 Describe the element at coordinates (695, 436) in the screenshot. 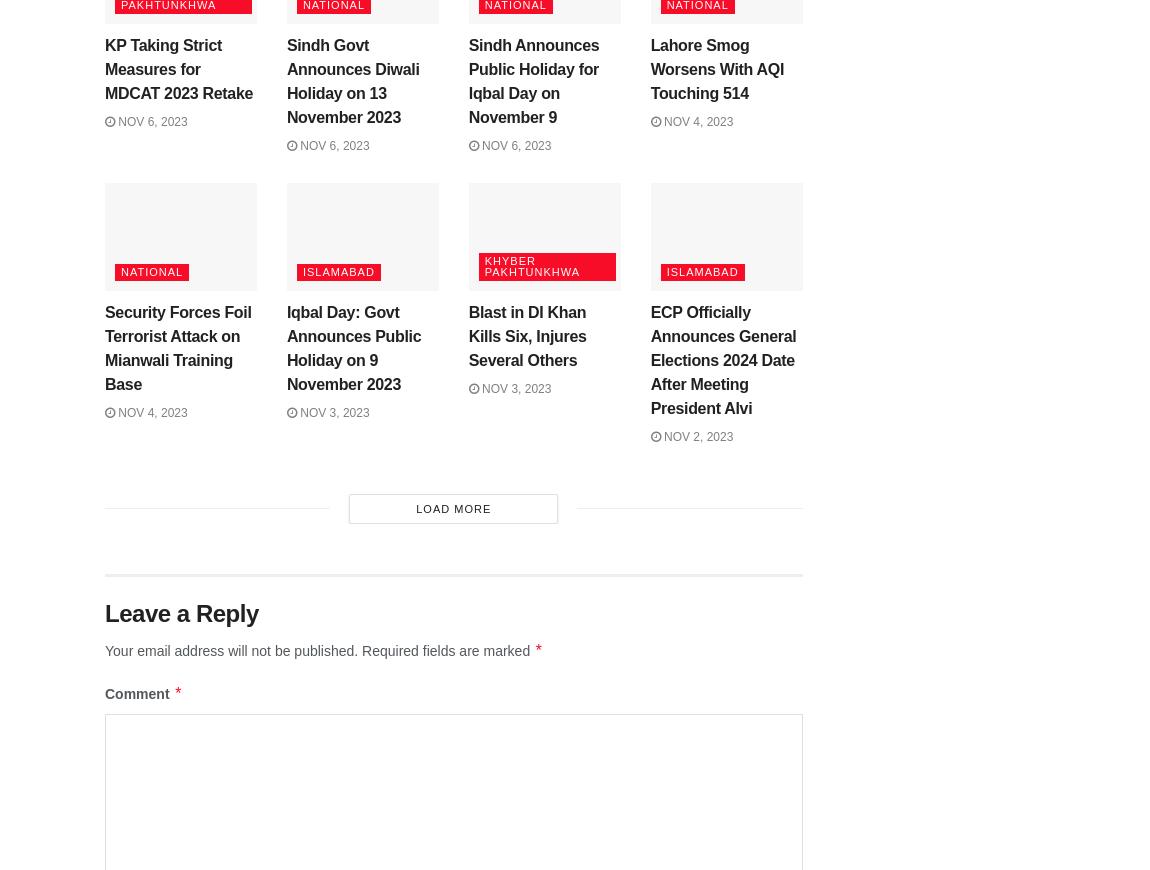

I see `'Nov 2, 2023'` at that location.